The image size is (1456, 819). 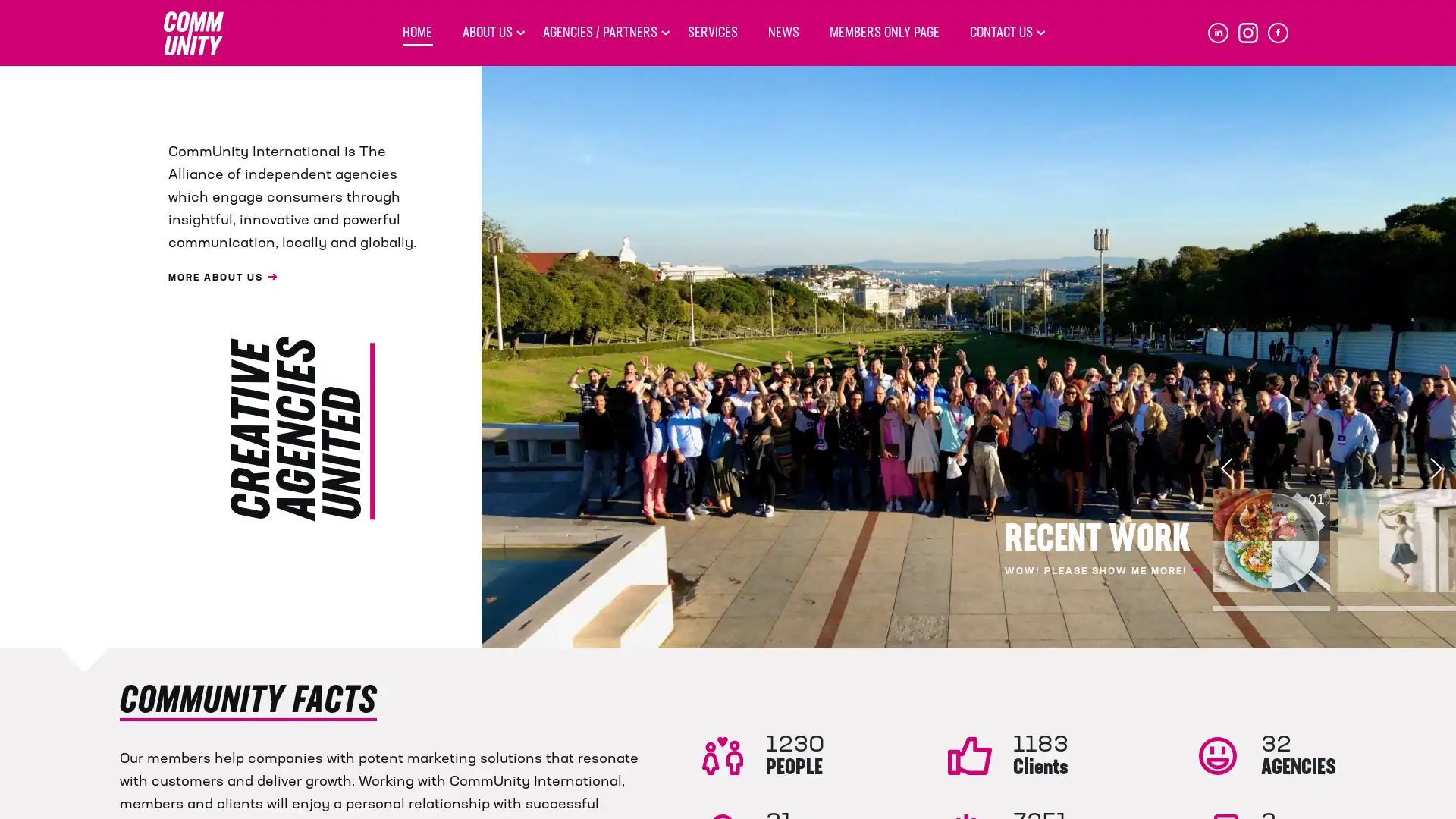 I want to click on Next slide, so click(x=1433, y=475).